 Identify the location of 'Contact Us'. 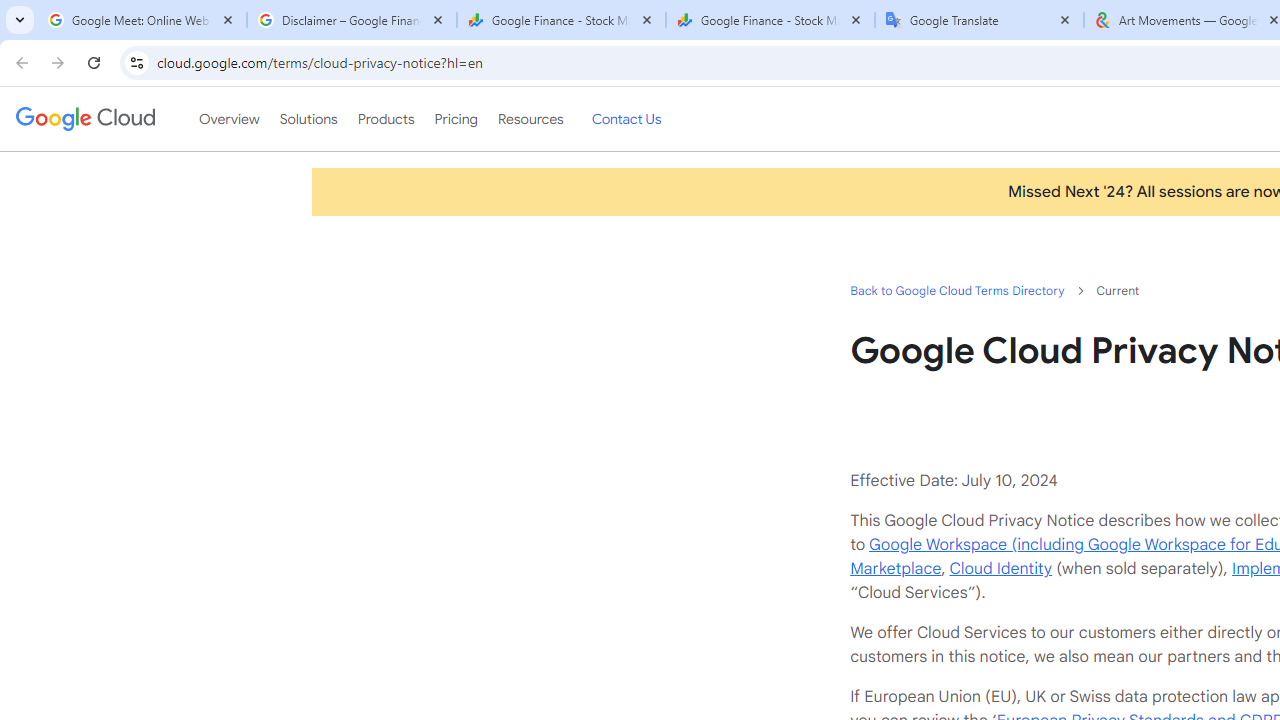
(625, 119).